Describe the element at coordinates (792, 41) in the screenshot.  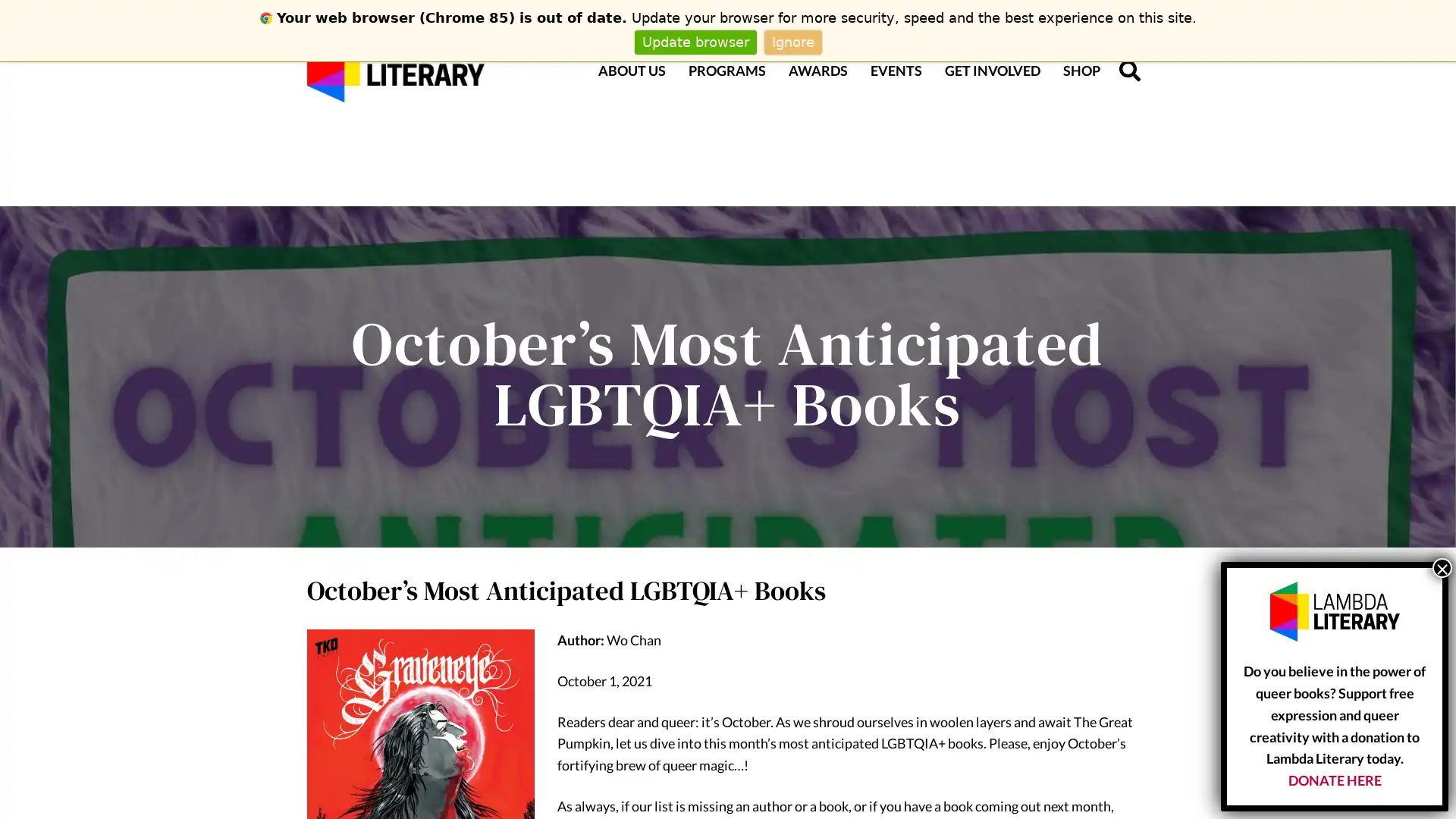
I see `Ignore` at that location.